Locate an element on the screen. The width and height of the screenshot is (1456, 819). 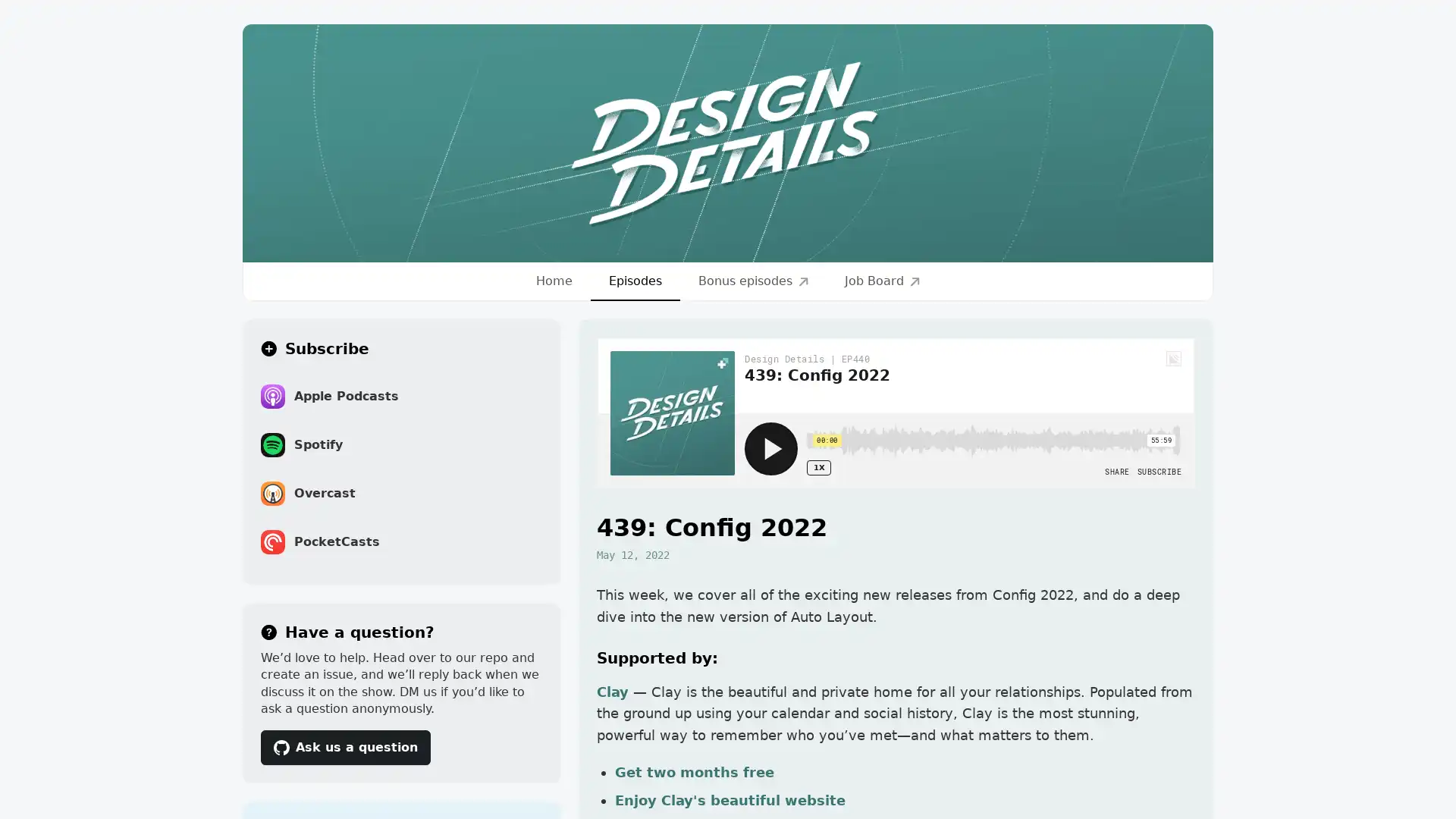
Ask us a question is located at coordinates (345, 745).